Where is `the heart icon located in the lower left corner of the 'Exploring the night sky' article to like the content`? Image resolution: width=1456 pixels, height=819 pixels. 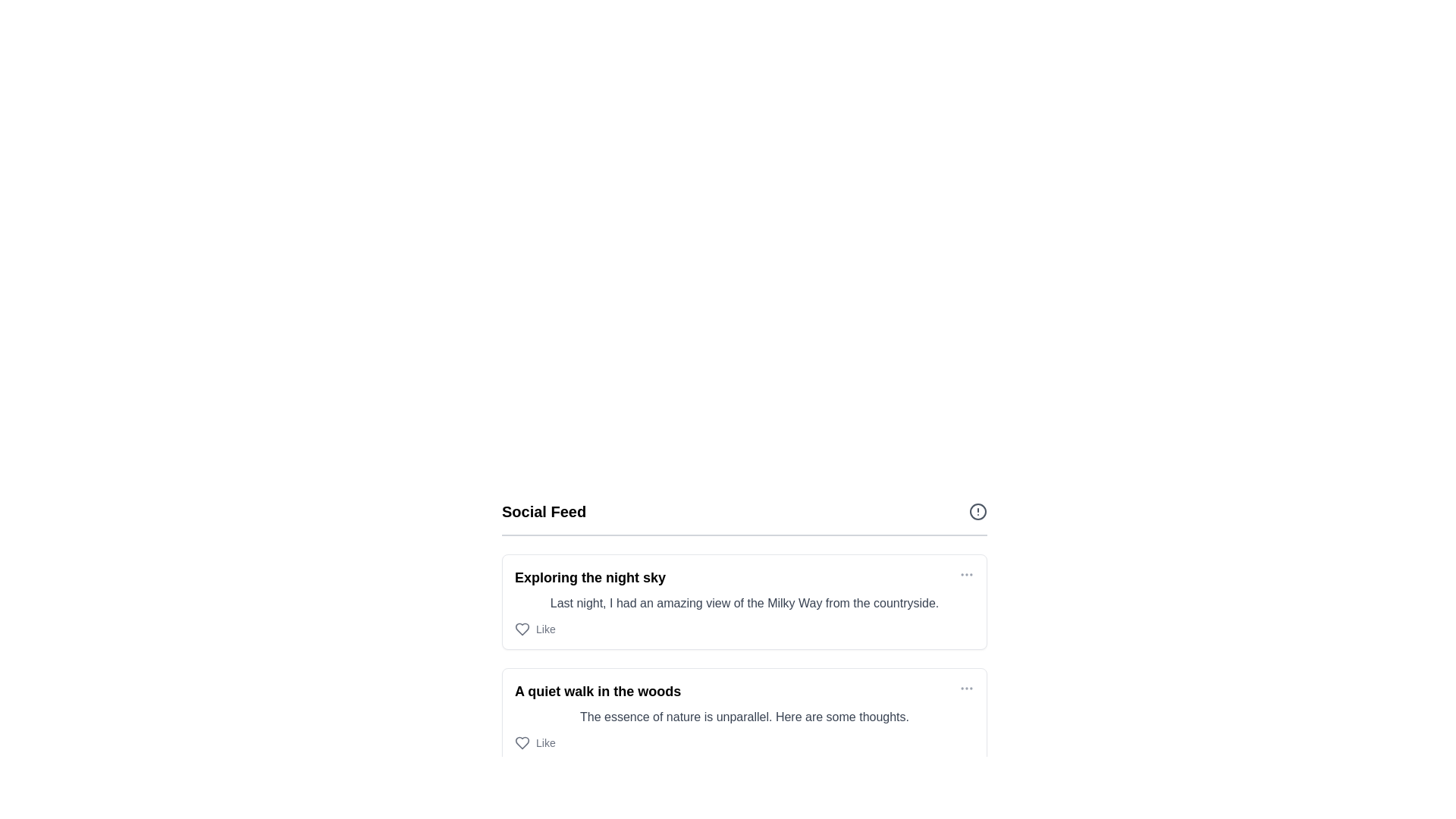 the heart icon located in the lower left corner of the 'Exploring the night sky' article to like the content is located at coordinates (522, 629).